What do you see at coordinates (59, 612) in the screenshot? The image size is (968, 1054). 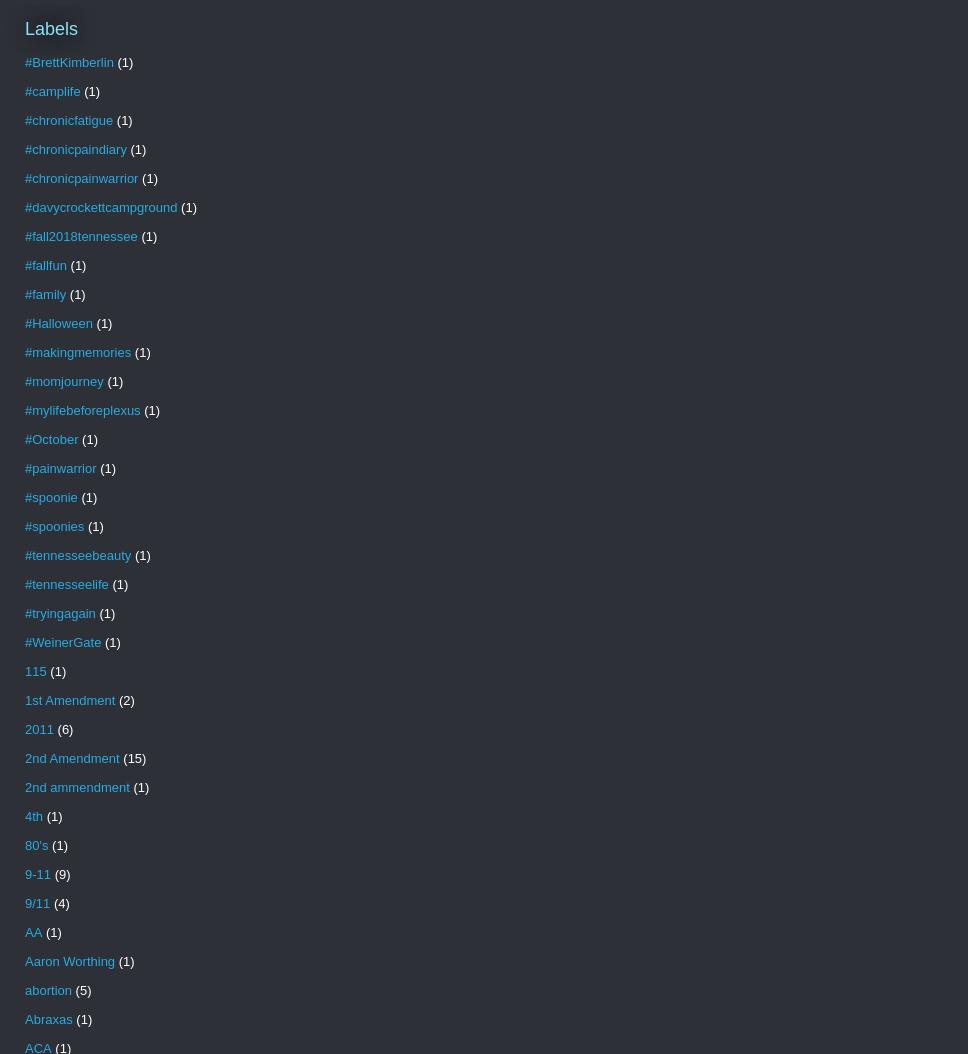 I see `'#tryingagain'` at bounding box center [59, 612].